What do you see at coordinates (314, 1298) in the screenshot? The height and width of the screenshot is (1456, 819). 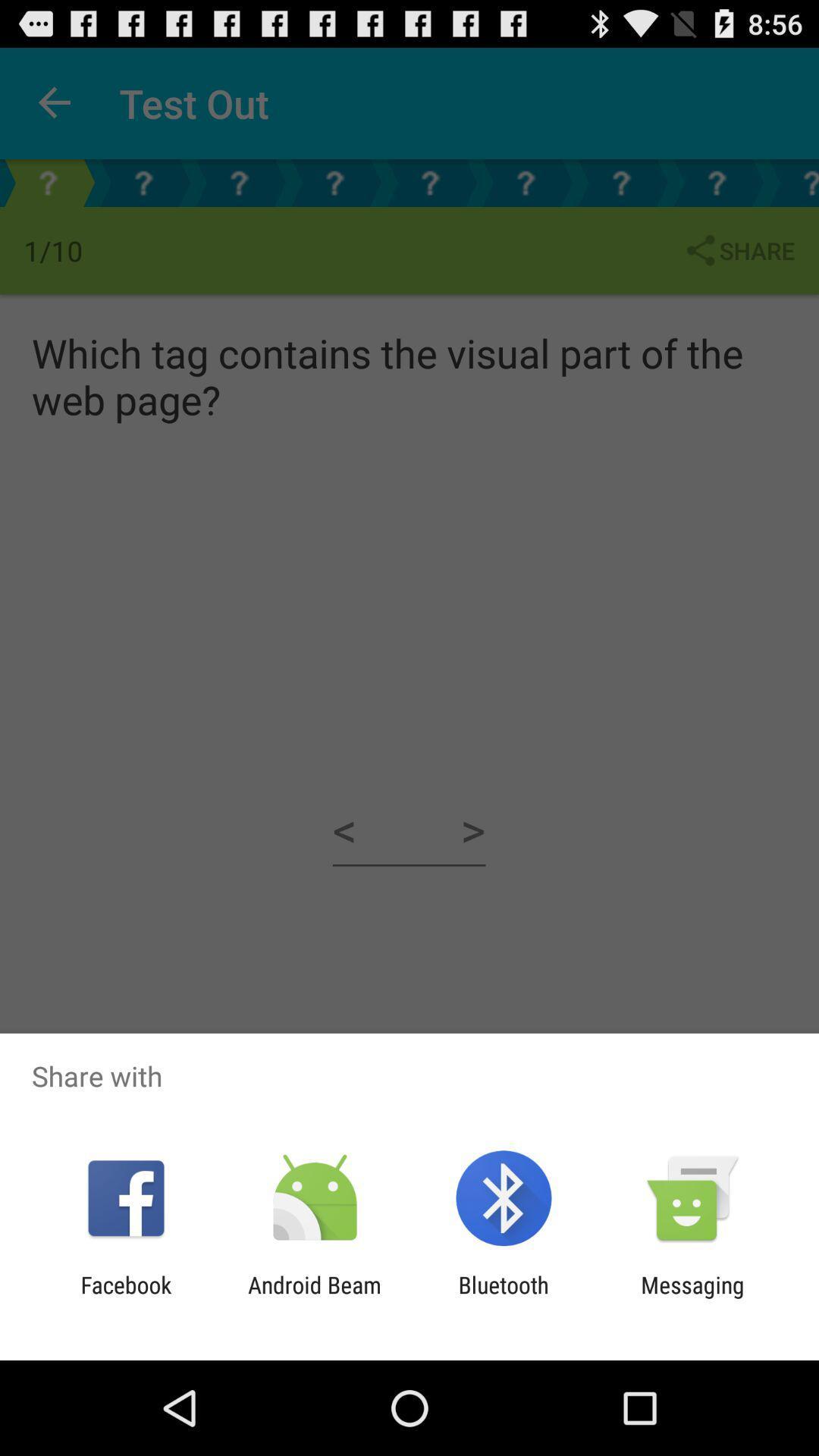 I see `the android beam item` at bounding box center [314, 1298].